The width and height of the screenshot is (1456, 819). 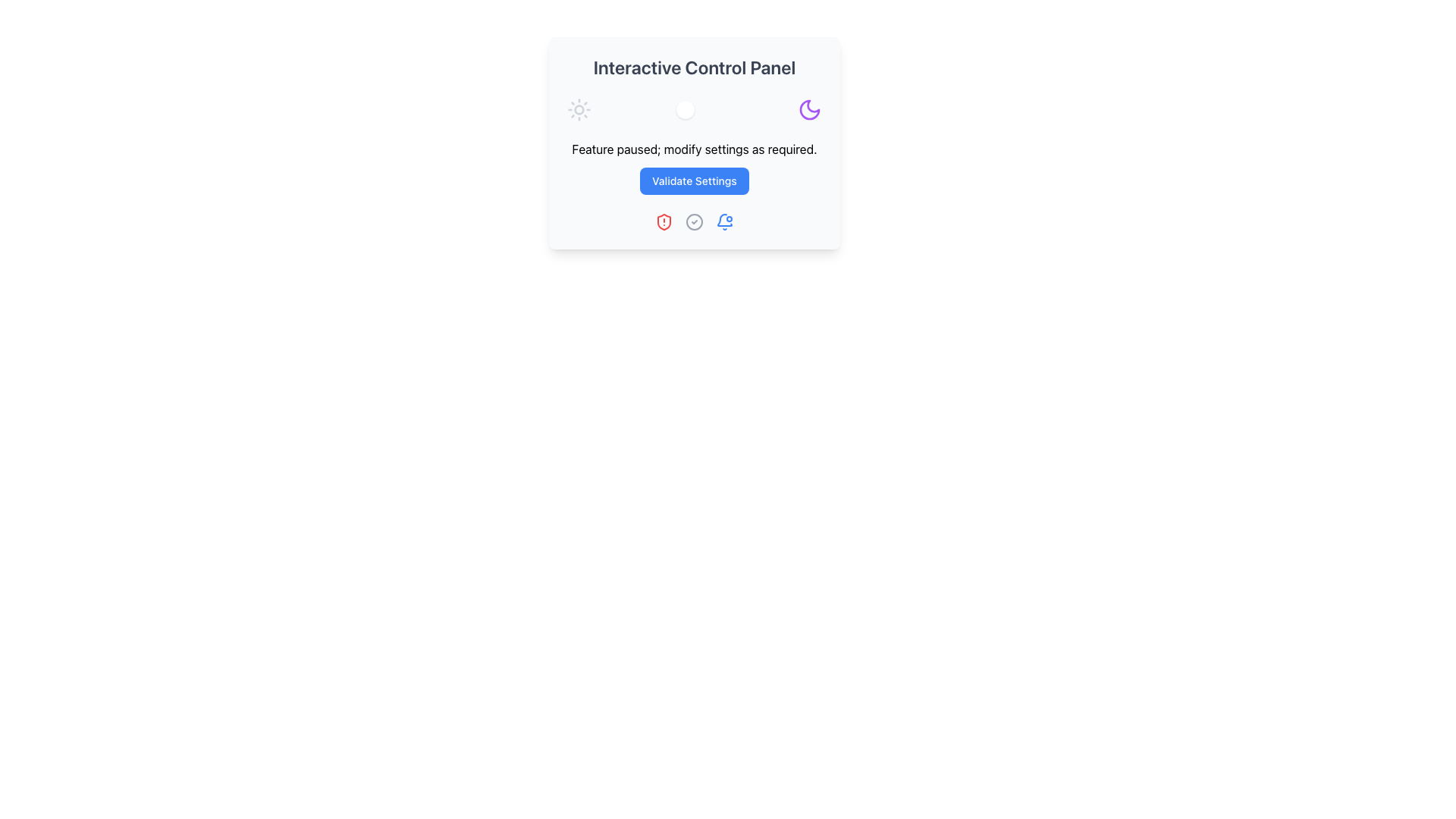 What do you see at coordinates (664, 222) in the screenshot?
I see `the leftmost shield icon located in the bottom row of three icons beneath the 'Validate Settings' button` at bounding box center [664, 222].